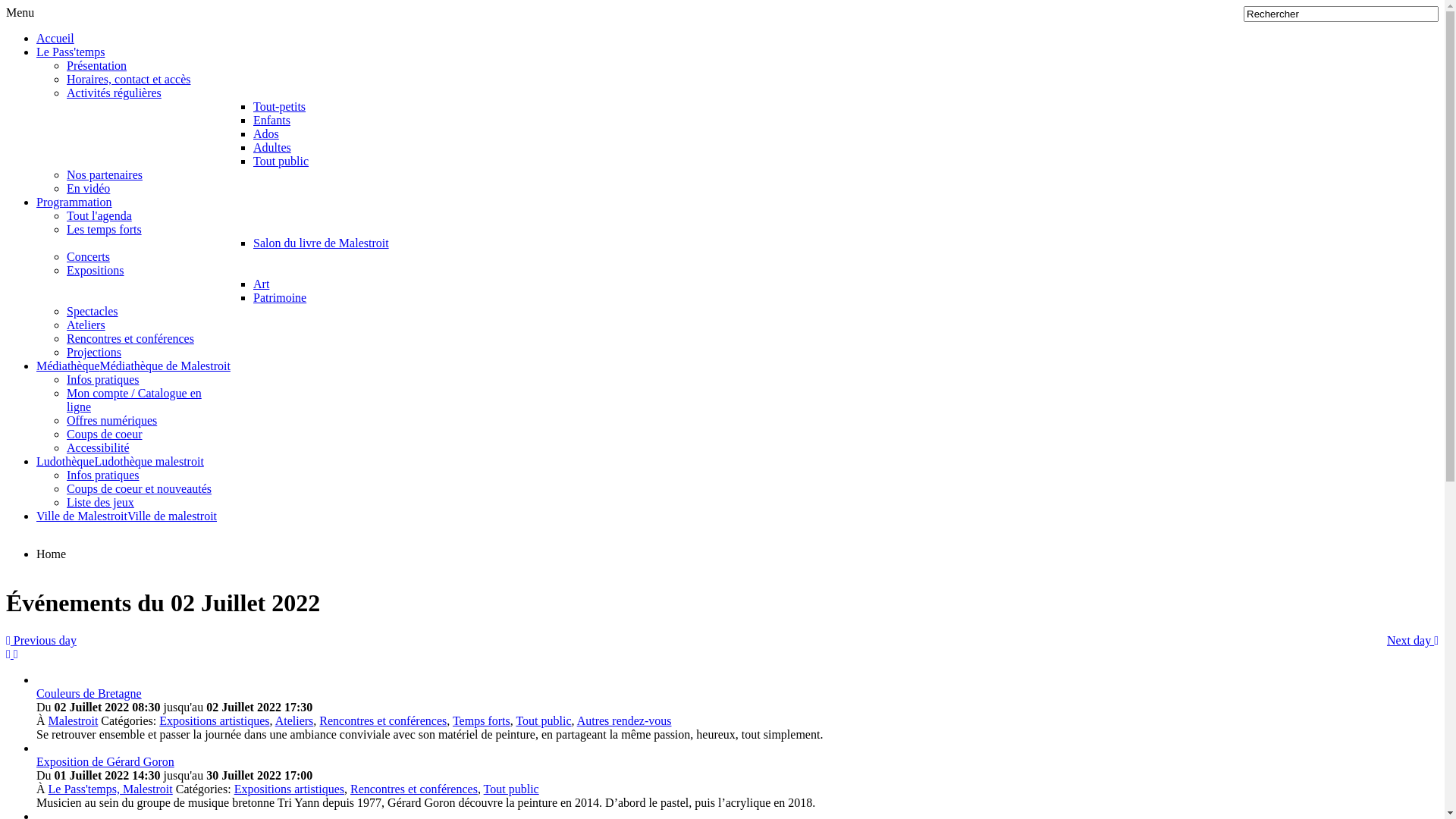 The width and height of the screenshot is (1456, 819). I want to click on 'Autres rendez-vous', so click(576, 720).